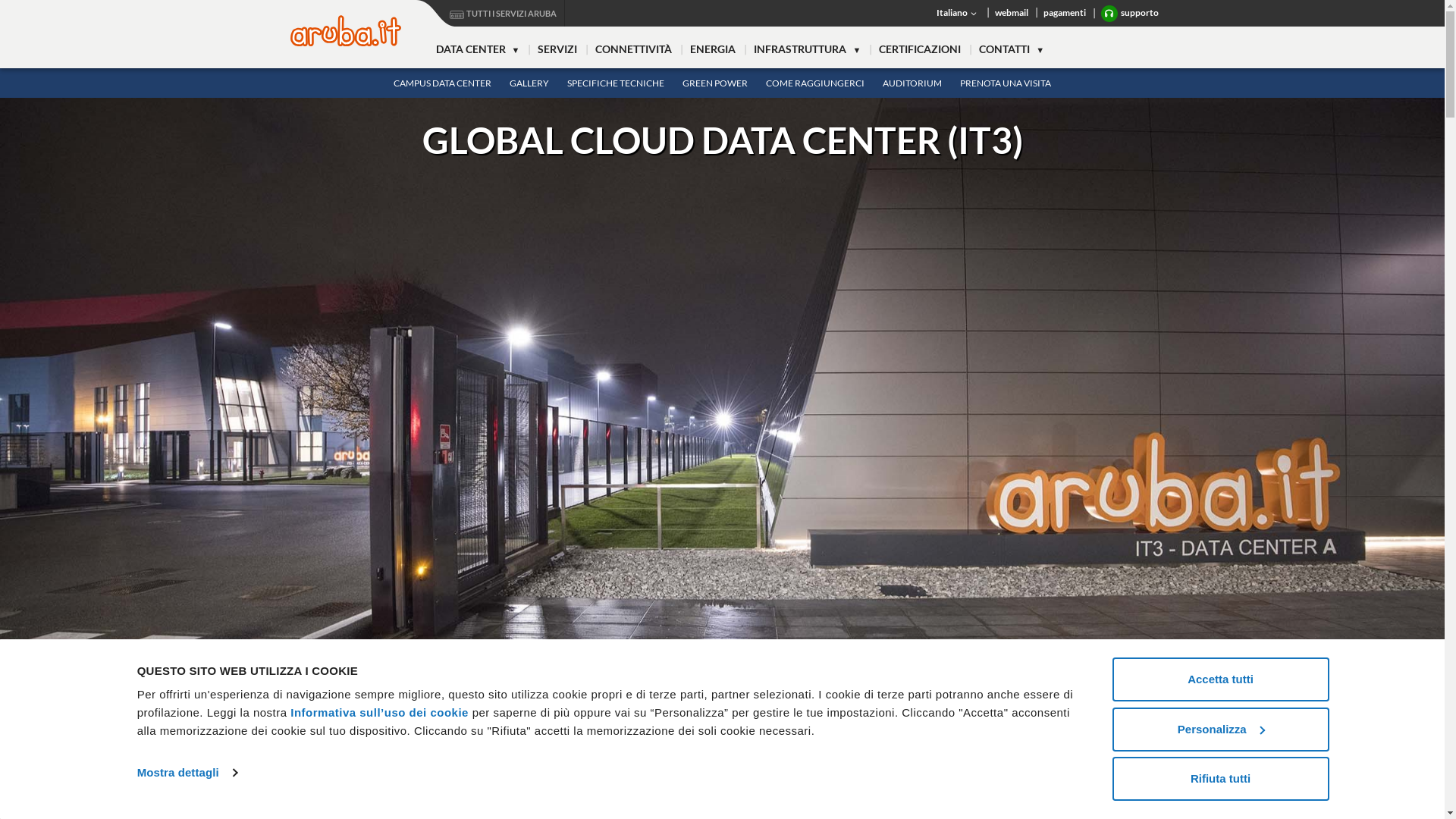  Describe the element at coordinates (557, 83) in the screenshot. I see `'SPECIFICHE TECNICHE'` at that location.